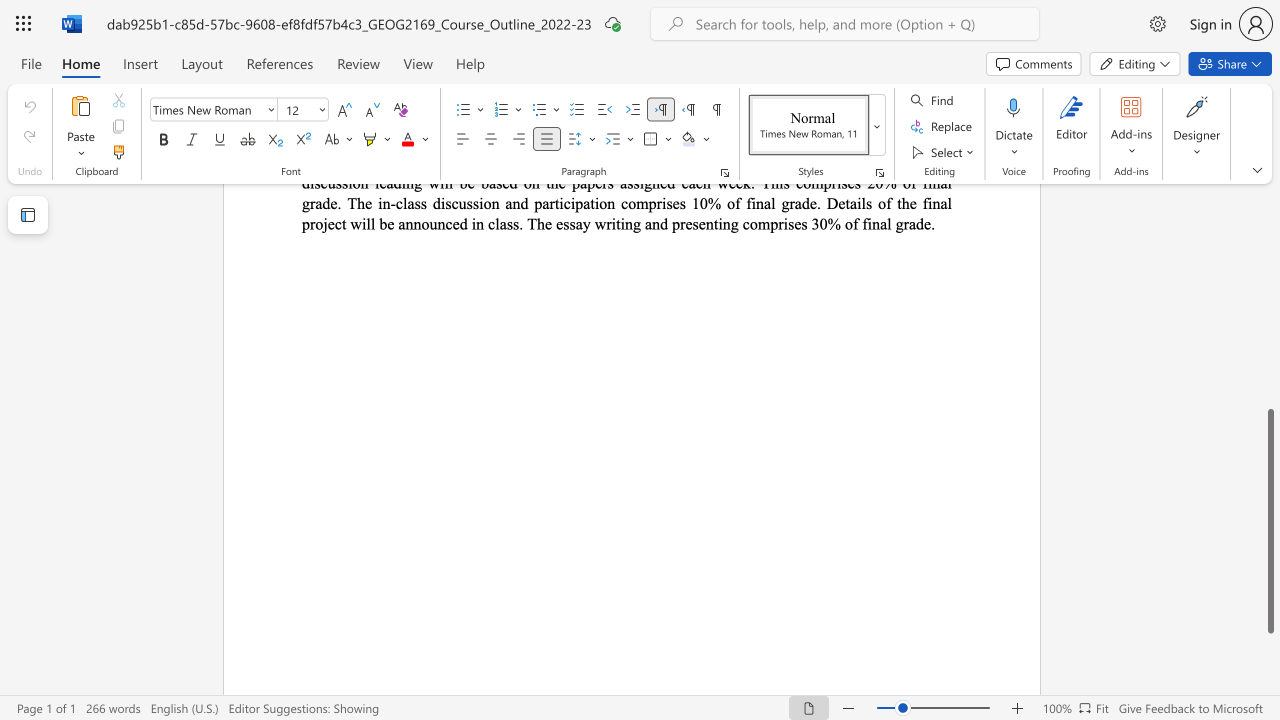 This screenshot has height=720, width=1280. Describe the element at coordinates (1269, 348) in the screenshot. I see `the scrollbar to move the page up` at that location.